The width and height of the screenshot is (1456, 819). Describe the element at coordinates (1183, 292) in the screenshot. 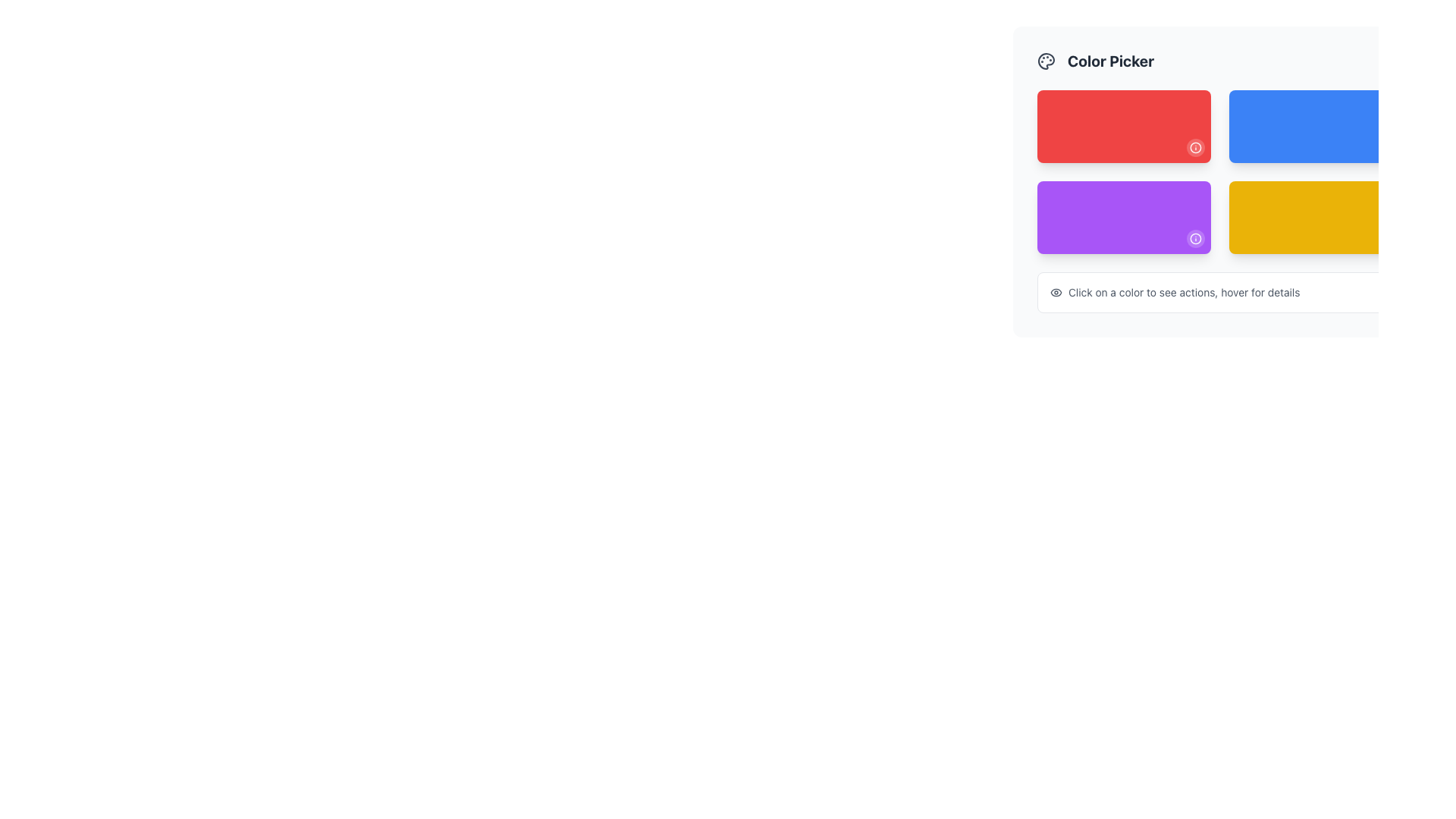

I see `the instructional text label that instructs users on interaction methods for the colored boxes above it` at that location.